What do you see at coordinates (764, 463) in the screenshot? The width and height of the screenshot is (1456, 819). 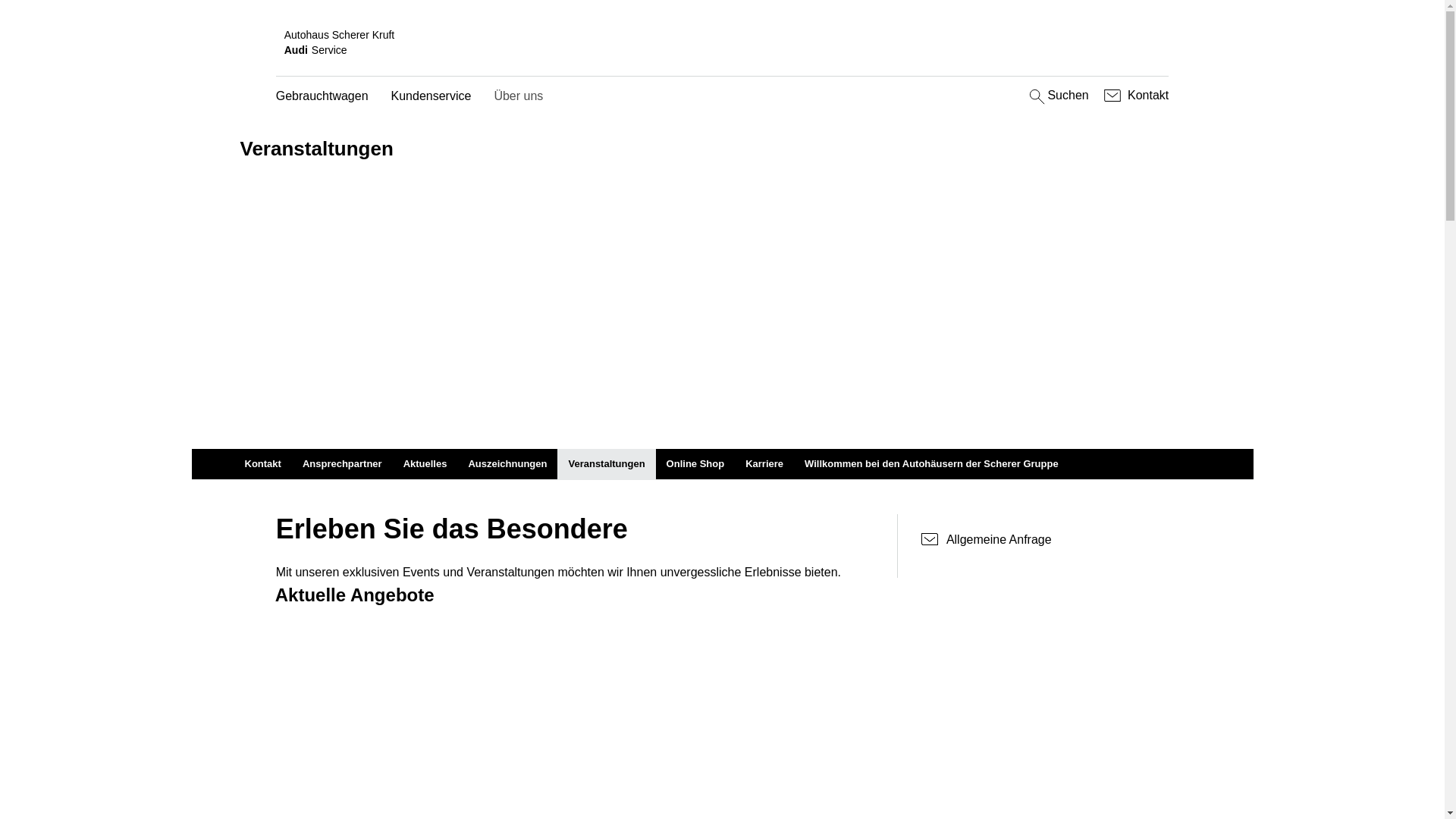 I see `'Karriere'` at bounding box center [764, 463].